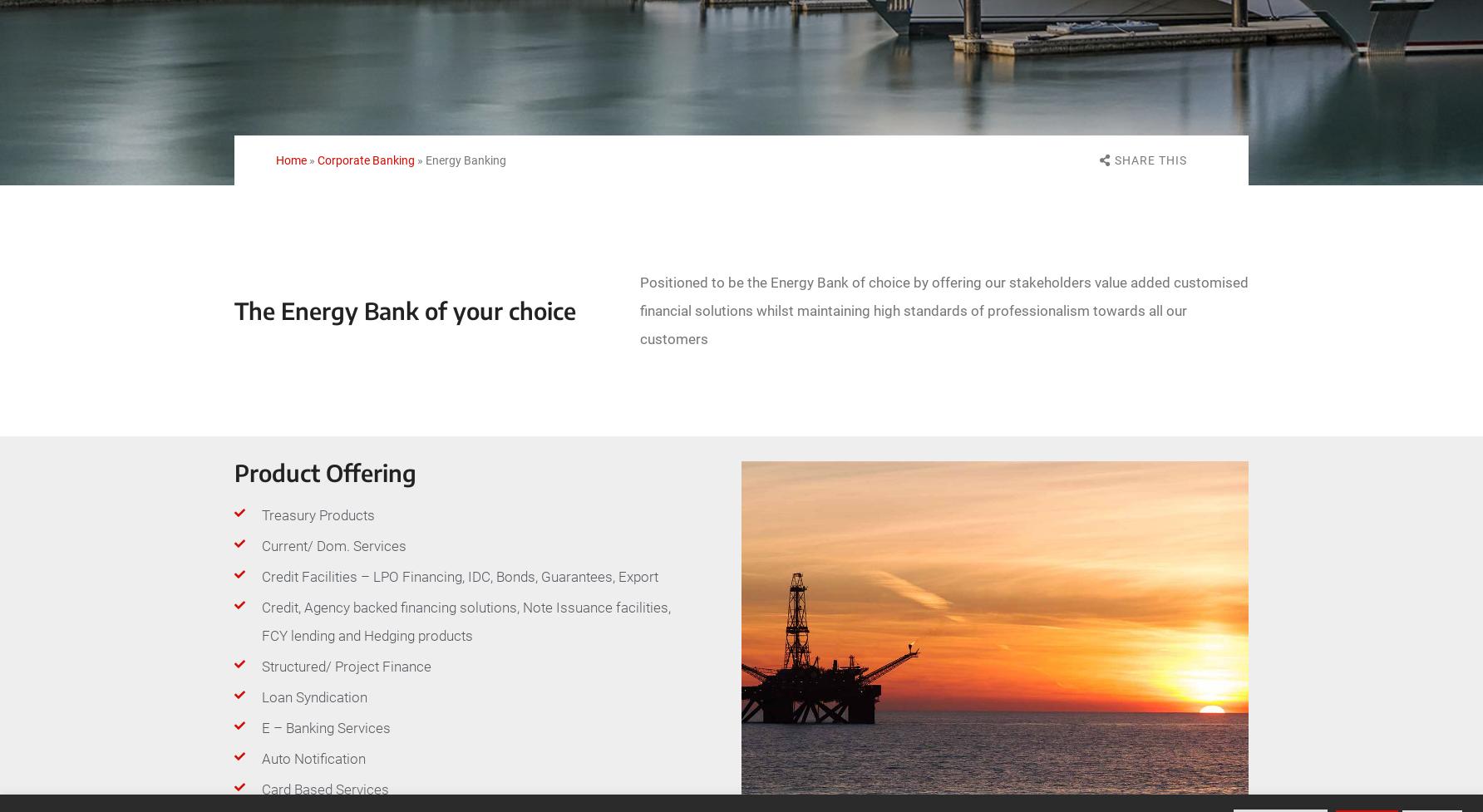  Describe the element at coordinates (345, 667) in the screenshot. I see `'Structured/ Project Finance'` at that location.